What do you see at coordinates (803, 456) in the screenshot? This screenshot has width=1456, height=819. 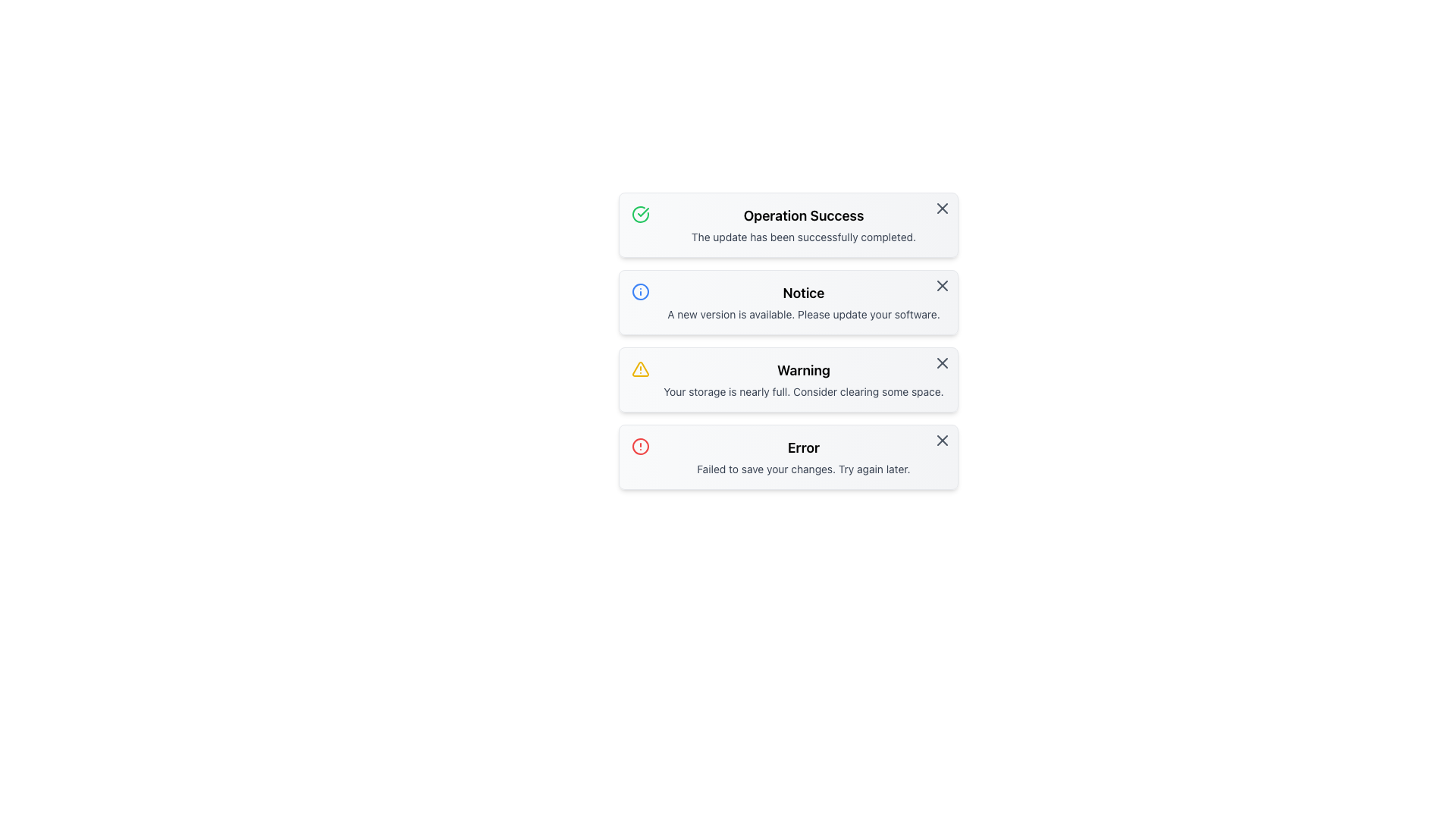 I see `error title 'Error' and details 'Failed to save your changes. Try again later.' from the notification box located at the bottom of the notification stack` at bounding box center [803, 456].